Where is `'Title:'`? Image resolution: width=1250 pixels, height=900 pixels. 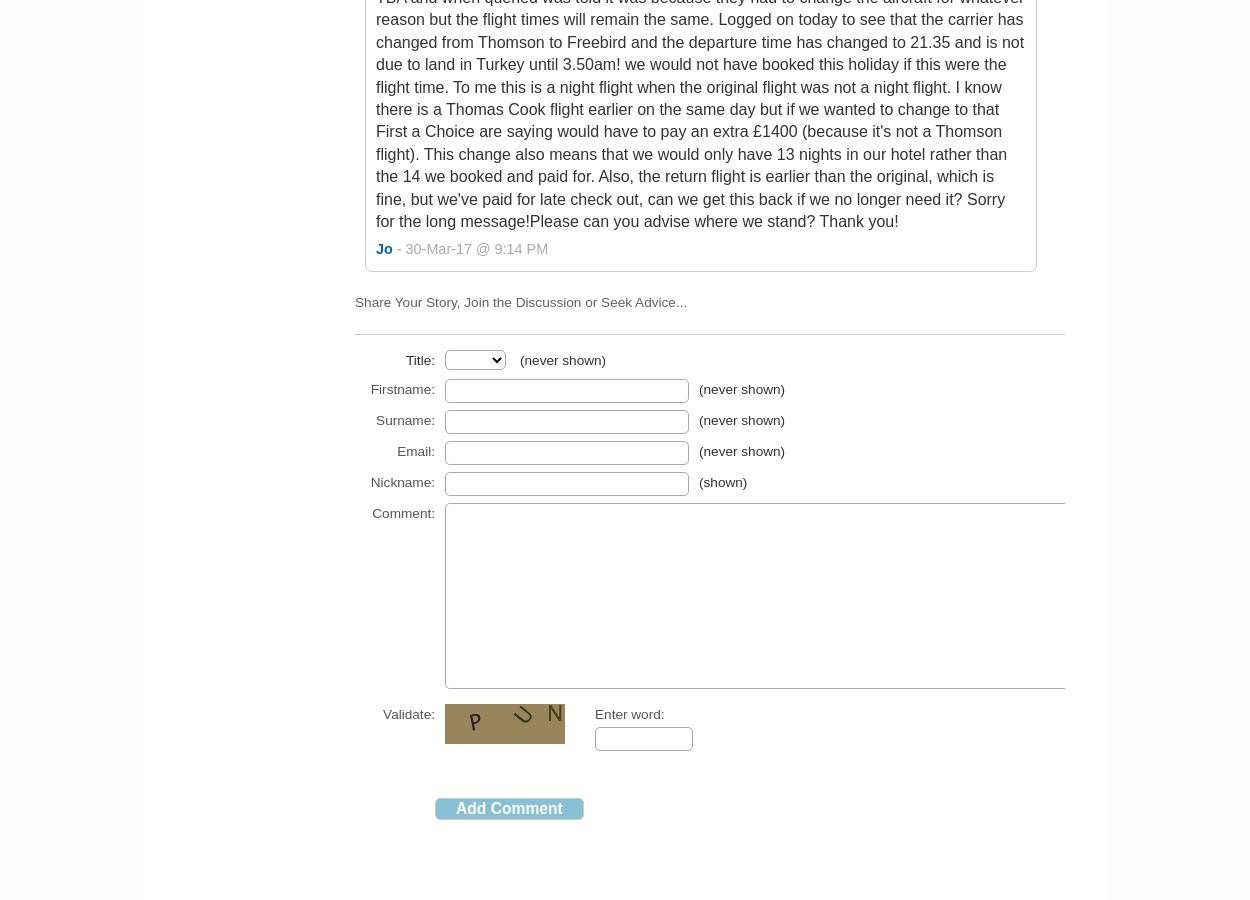
'Title:' is located at coordinates (420, 360).